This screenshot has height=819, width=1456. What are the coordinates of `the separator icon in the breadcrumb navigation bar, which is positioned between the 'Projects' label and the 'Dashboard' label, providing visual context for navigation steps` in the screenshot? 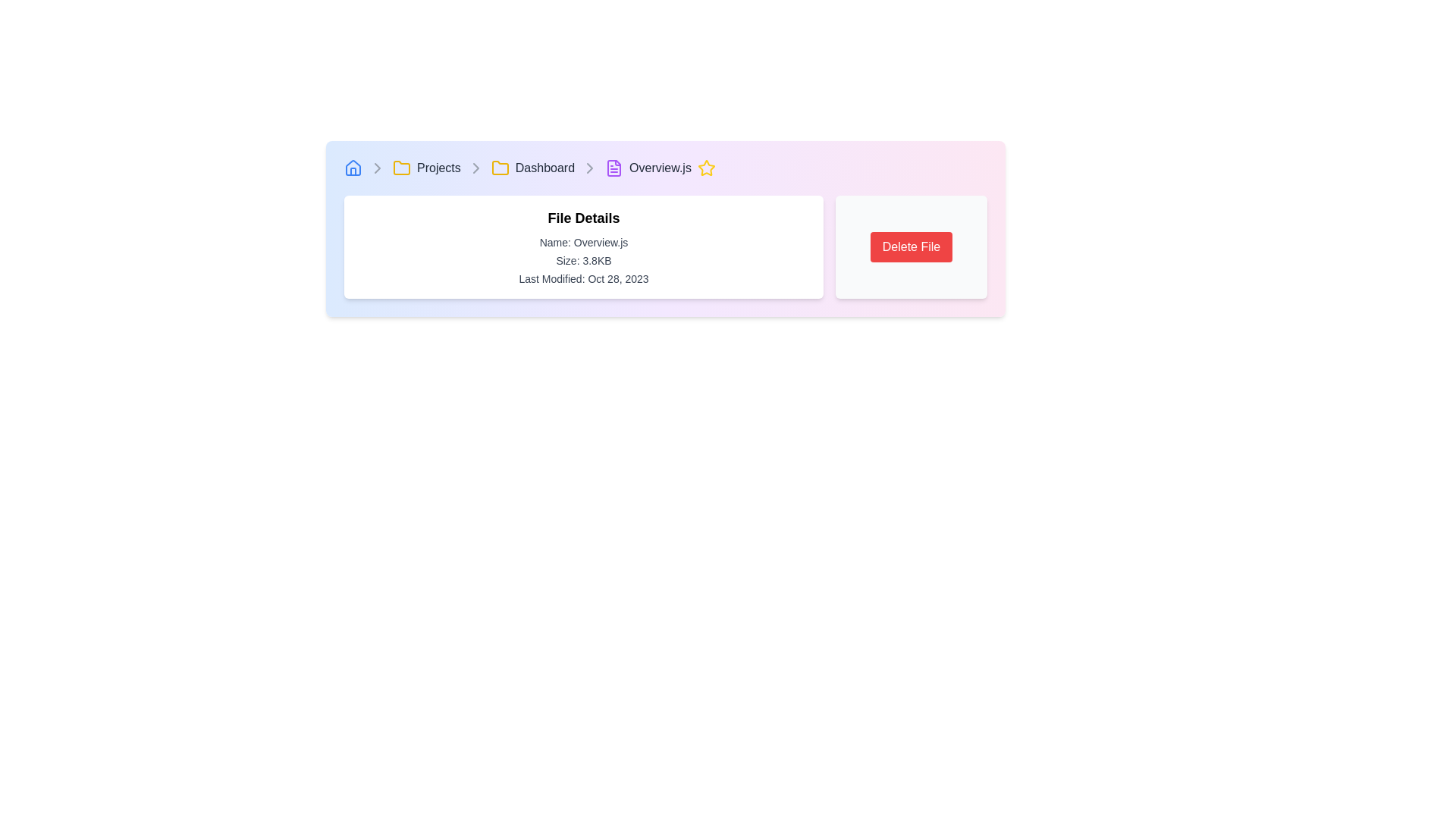 It's located at (475, 168).